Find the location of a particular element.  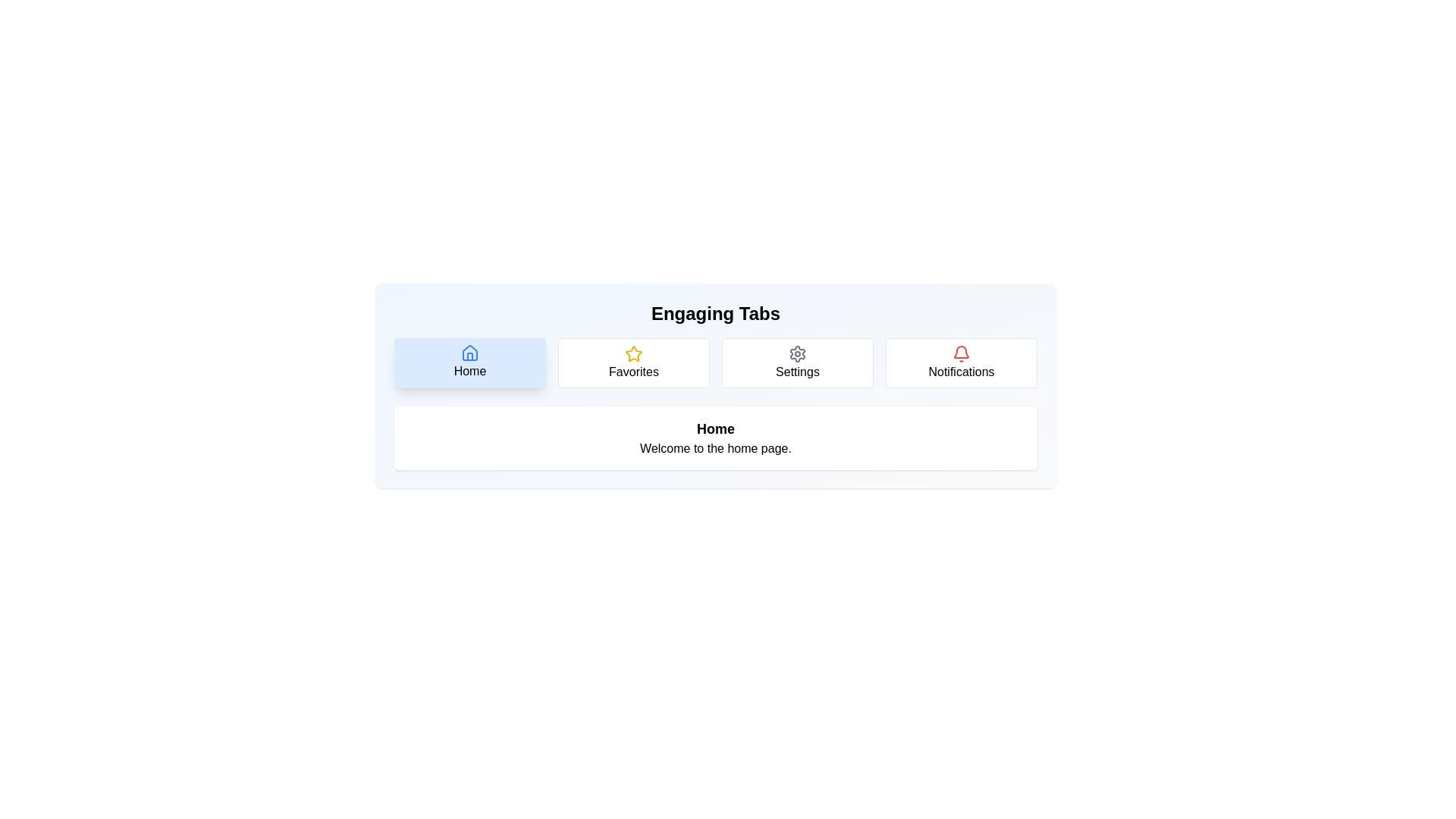

the Favorites tab by clicking its button is located at coordinates (633, 362).